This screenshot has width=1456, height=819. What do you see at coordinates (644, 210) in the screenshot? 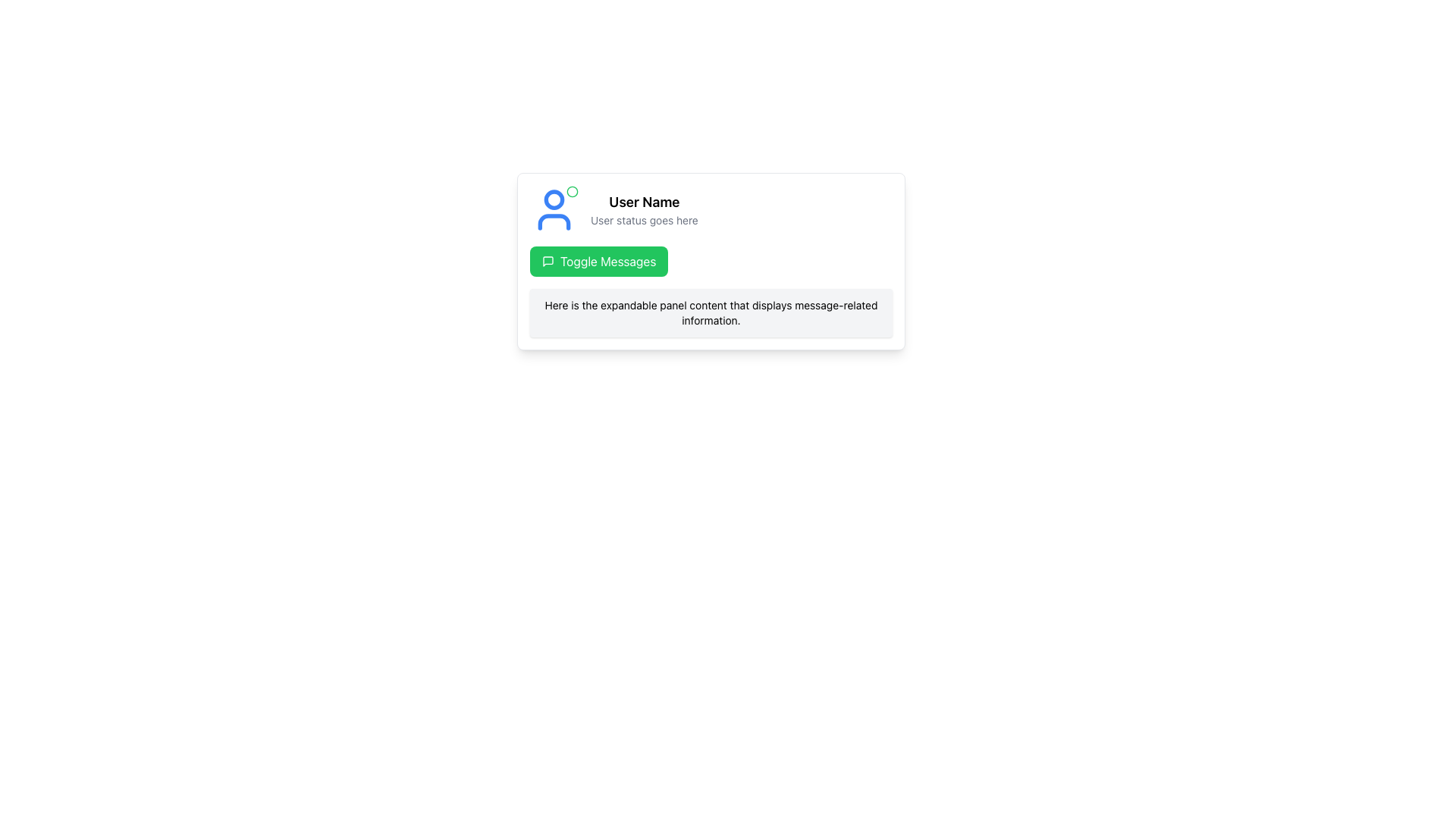
I see `text displayed in the Text display block showing 'User Name' and 'User status goes here', which is located right of the circular profile icon and above the green 'Toggle Messages' button` at bounding box center [644, 210].